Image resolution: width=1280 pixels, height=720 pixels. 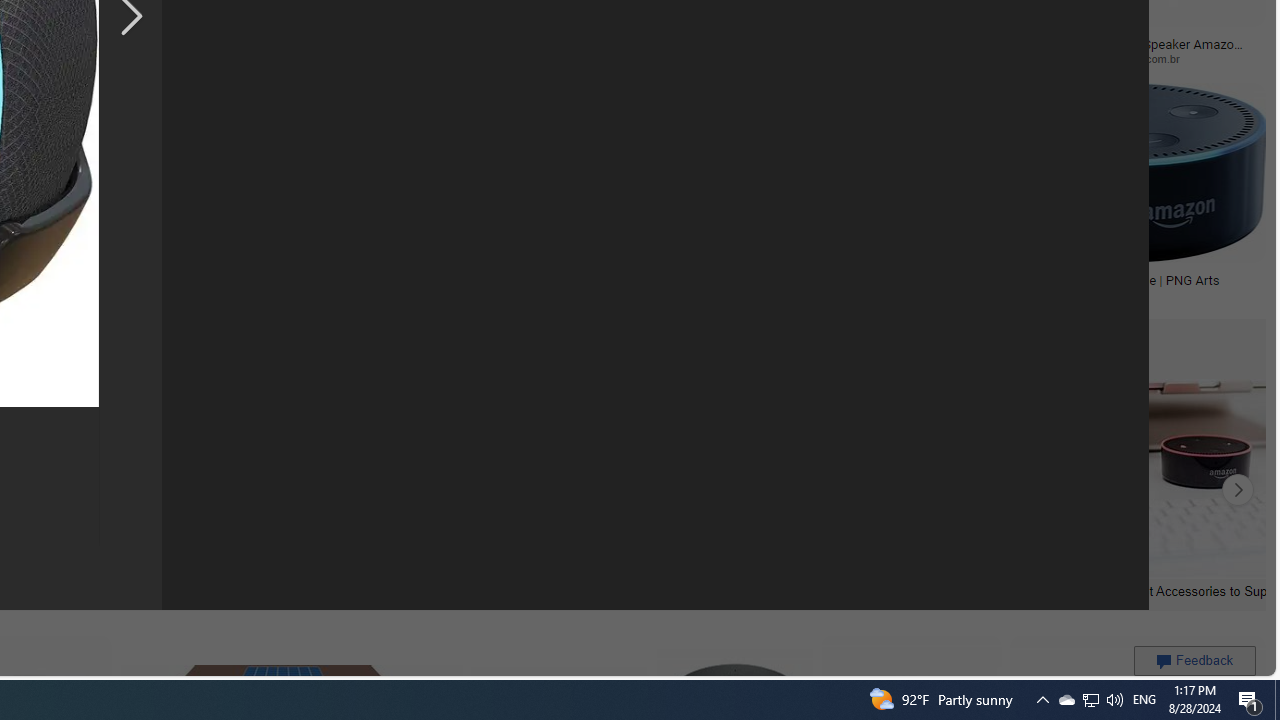 I want to click on 'Amazonecho Dot With Alexa (Gen 4)pnghq.comSave', so click(x=840, y=196).